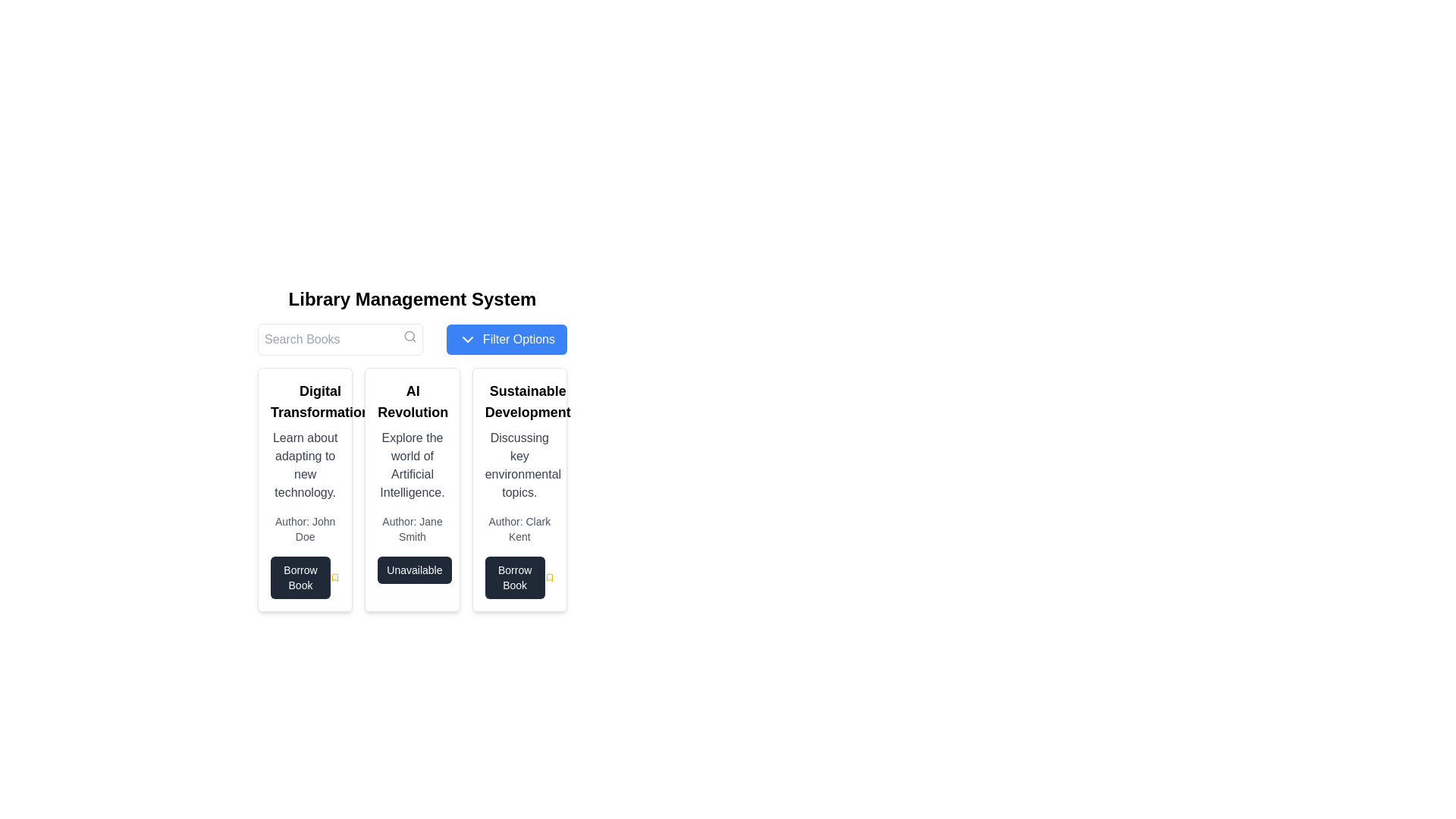 This screenshot has height=819, width=1456. Describe the element at coordinates (412, 400) in the screenshot. I see `text content of the title located at the top of the card in the library management system interface` at that location.